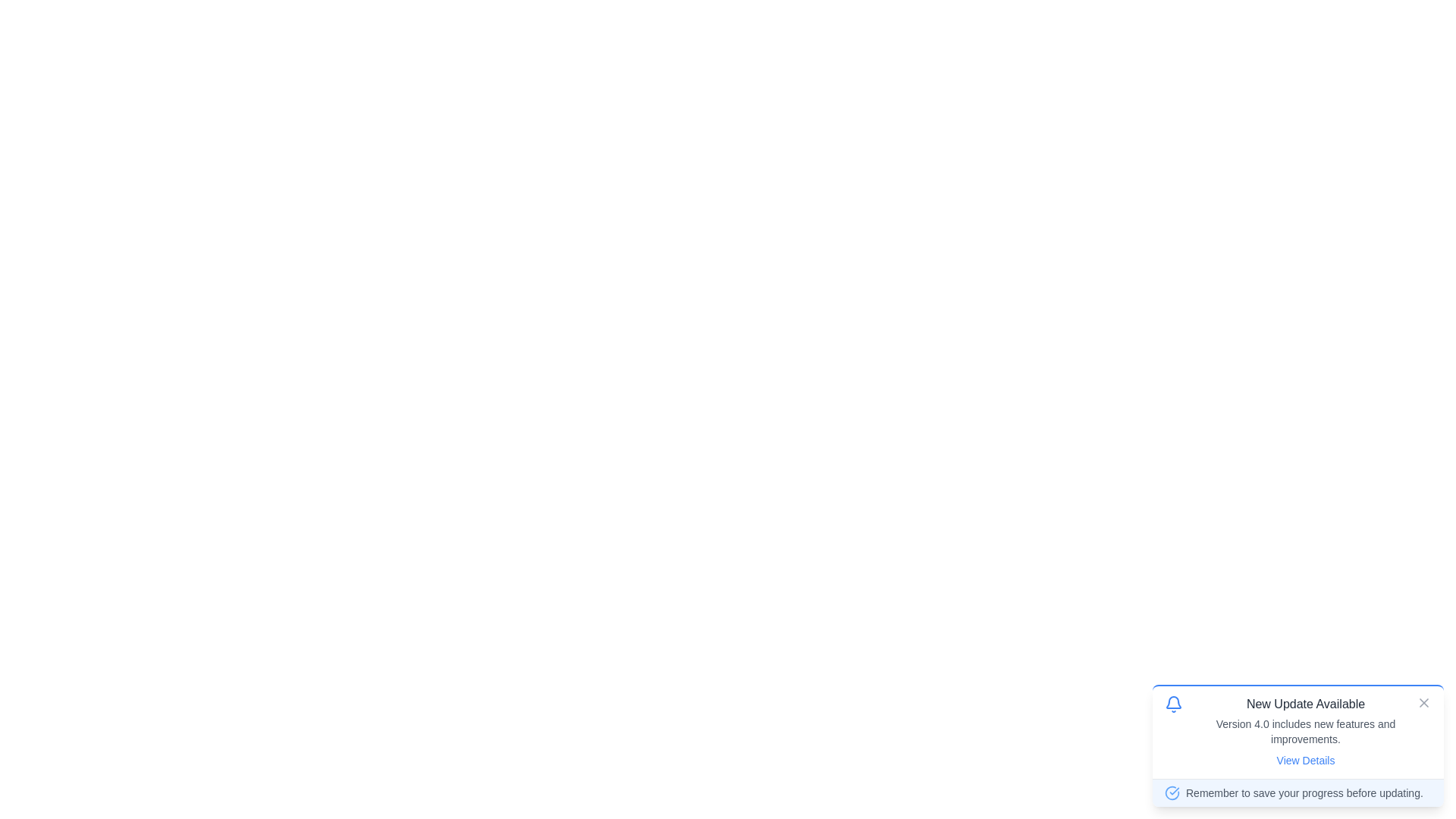  Describe the element at coordinates (1173, 704) in the screenshot. I see `the bell icon located at the top-left corner of the notification banner, which signifies notifications or alerts` at that location.